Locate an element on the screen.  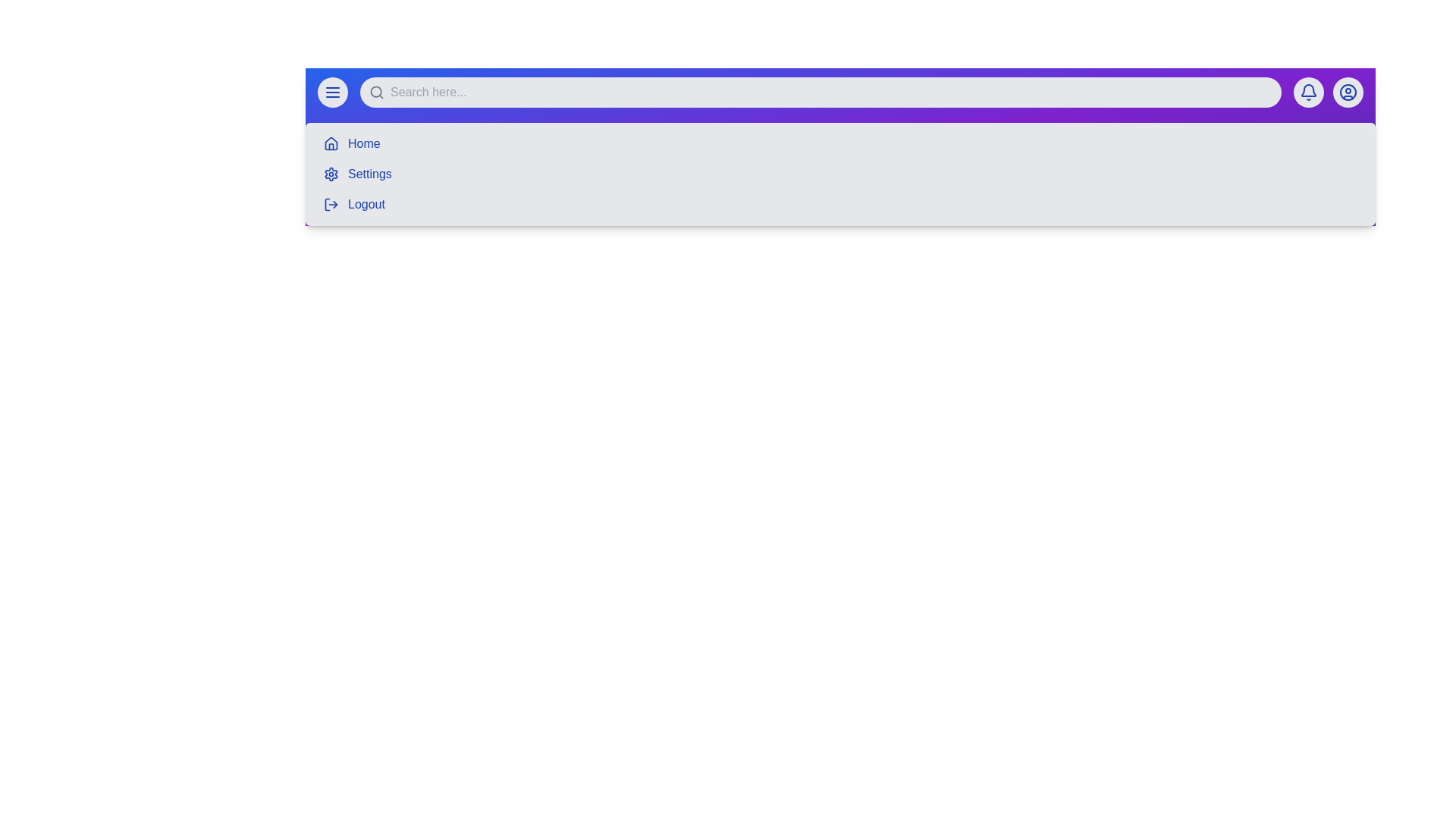
the menu item Logout from the navigation bar is located at coordinates (366, 205).